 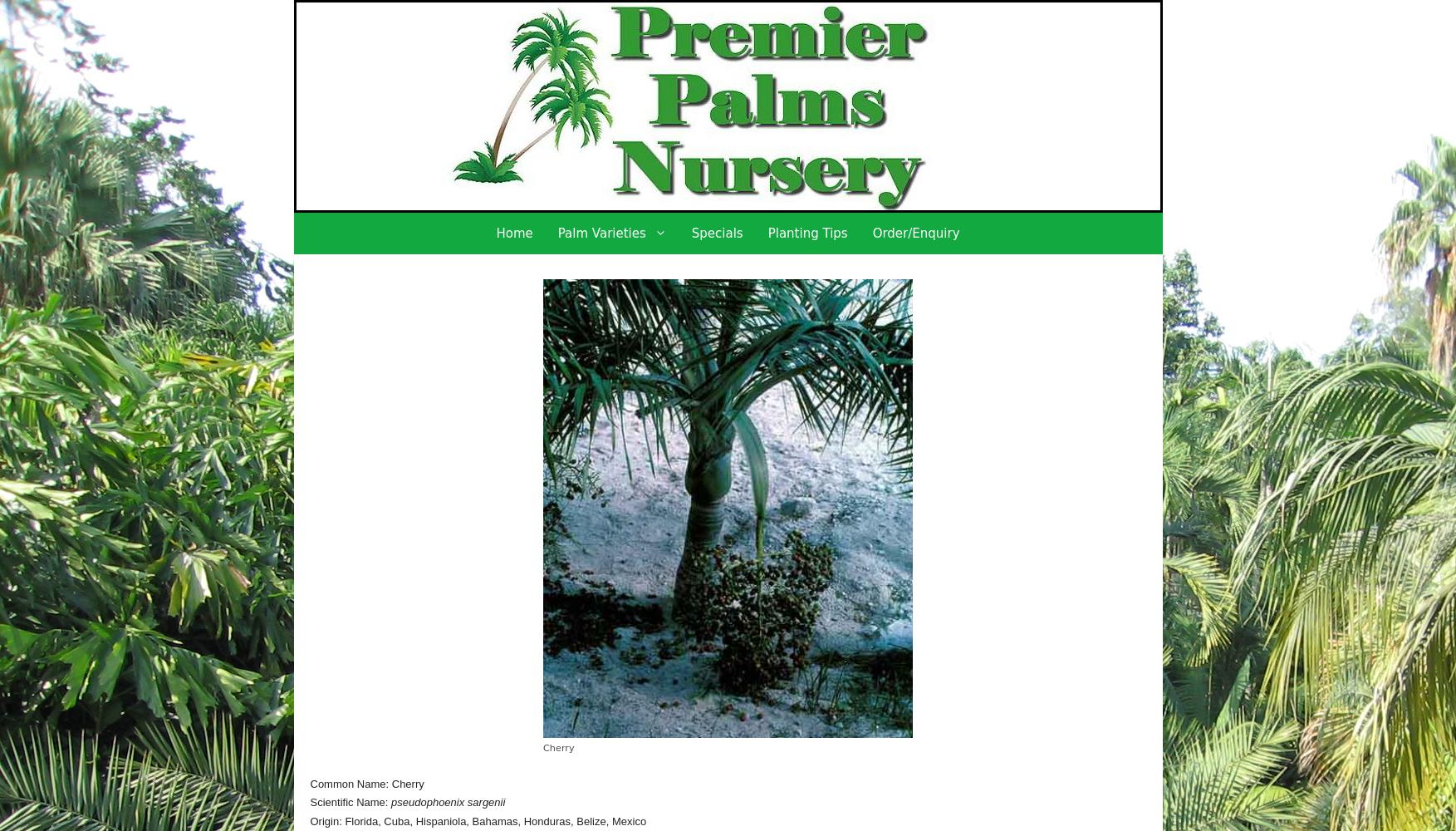 I want to click on 'Scientific Name:', so click(x=310, y=801).